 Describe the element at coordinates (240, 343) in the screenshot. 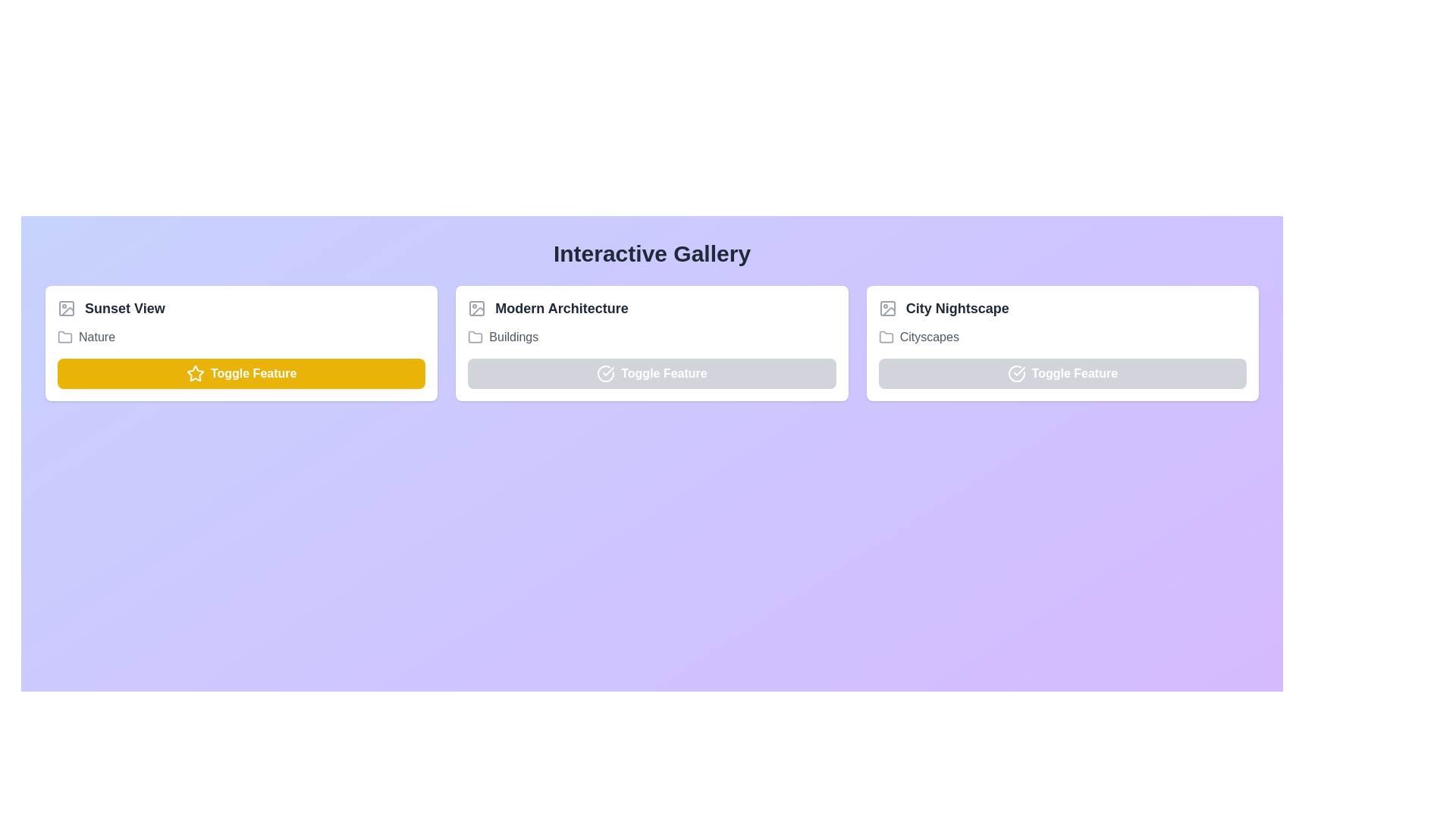

I see `contents of the 'Sunset View' card located in the first column of the three-column grid layout by clicking on it` at that location.